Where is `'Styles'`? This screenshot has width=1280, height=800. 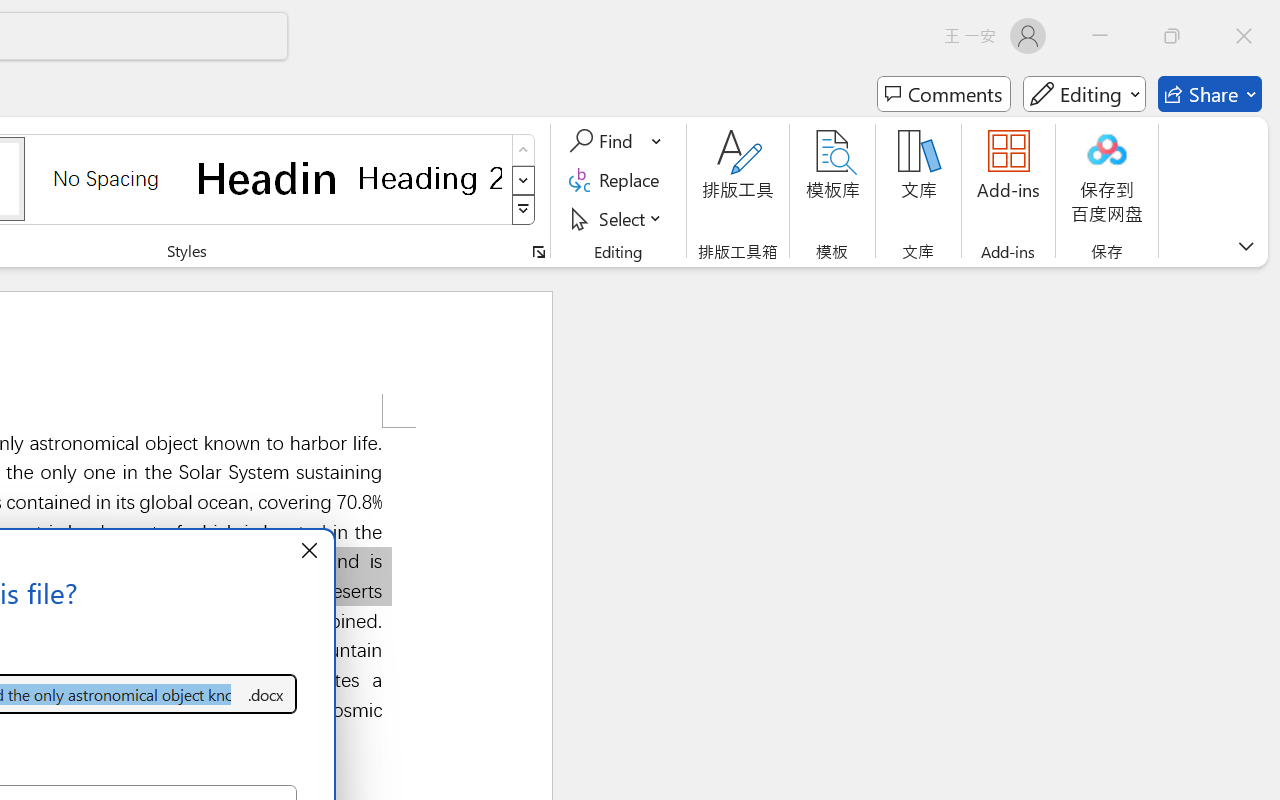 'Styles' is located at coordinates (523, 210).